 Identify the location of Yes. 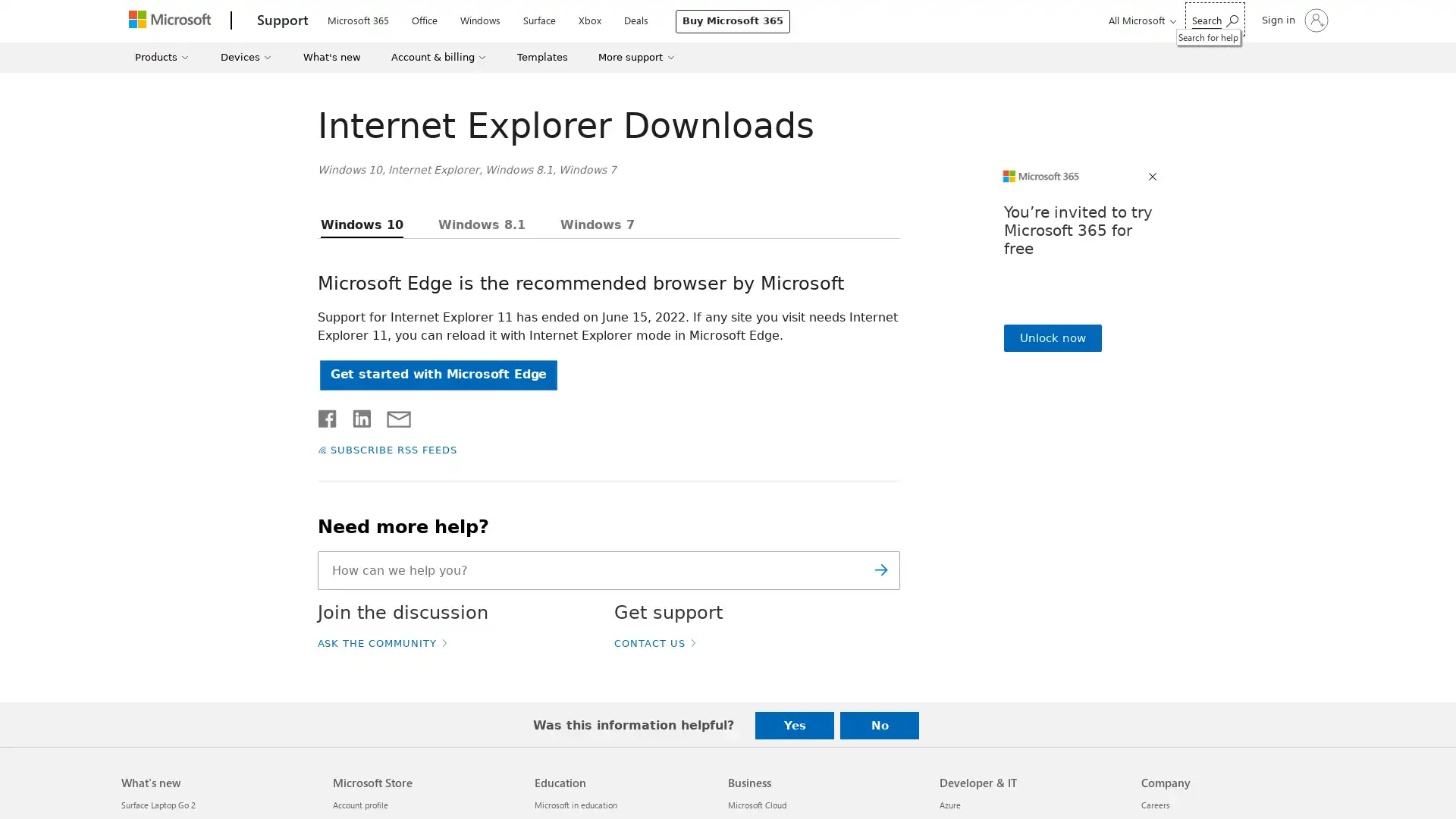
(793, 724).